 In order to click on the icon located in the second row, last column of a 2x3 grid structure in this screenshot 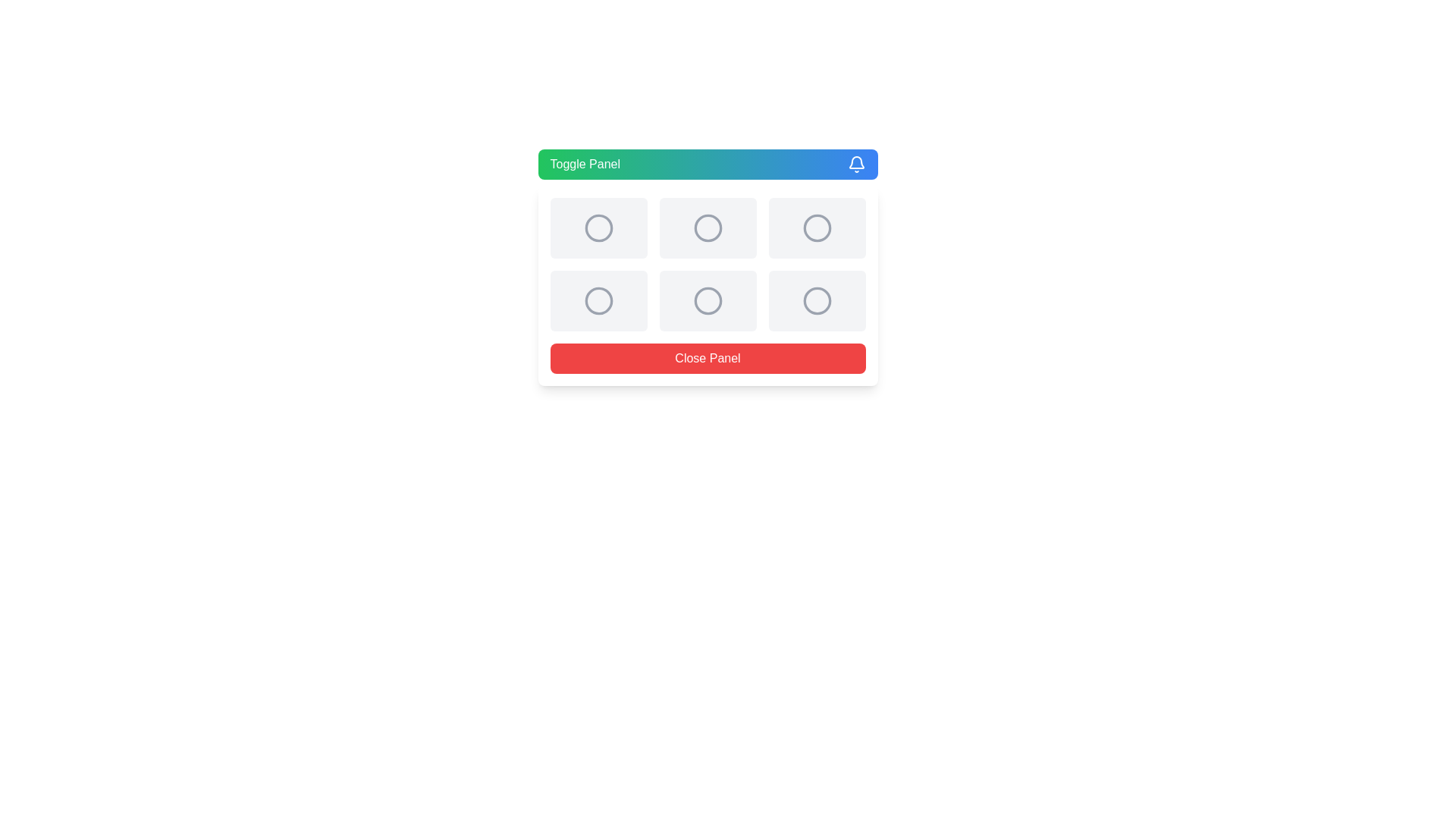, I will do `click(816, 301)`.